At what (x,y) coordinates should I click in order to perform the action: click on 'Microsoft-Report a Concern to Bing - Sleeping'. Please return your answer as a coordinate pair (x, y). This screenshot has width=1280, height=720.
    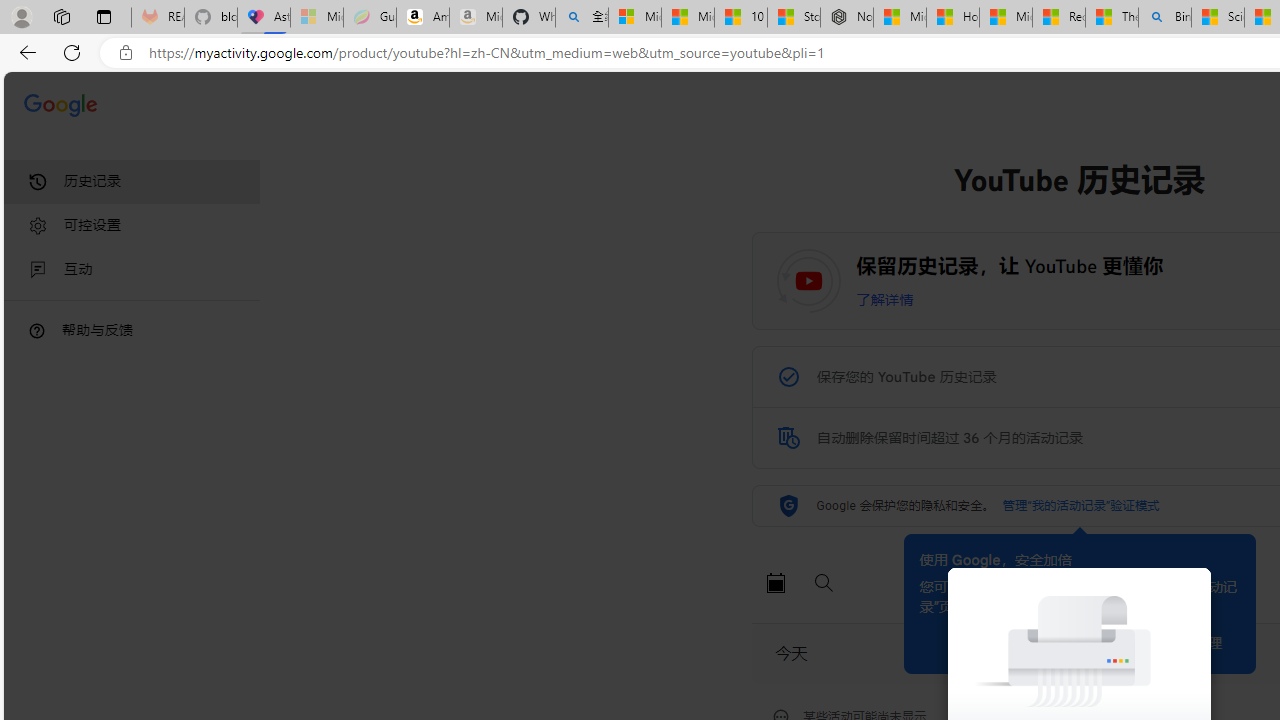
    Looking at the image, I should click on (315, 17).